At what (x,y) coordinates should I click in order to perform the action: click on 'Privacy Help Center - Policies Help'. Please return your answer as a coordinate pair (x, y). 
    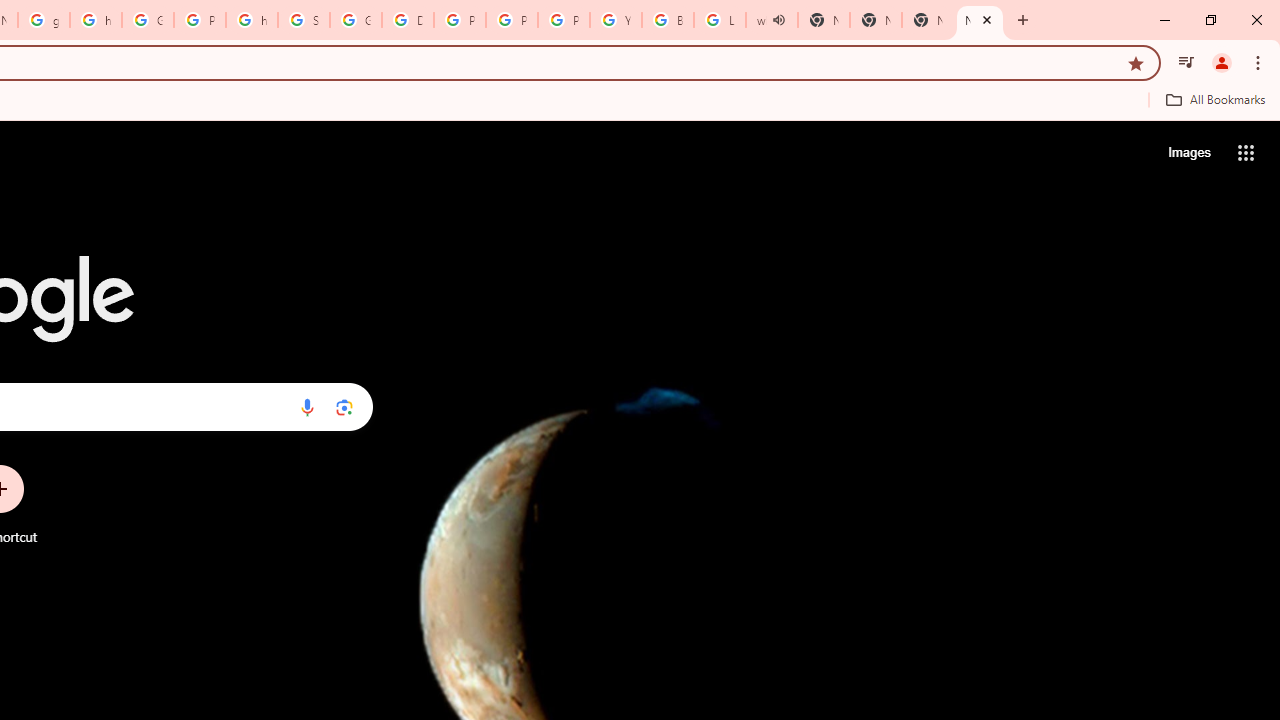
    Looking at the image, I should click on (512, 20).